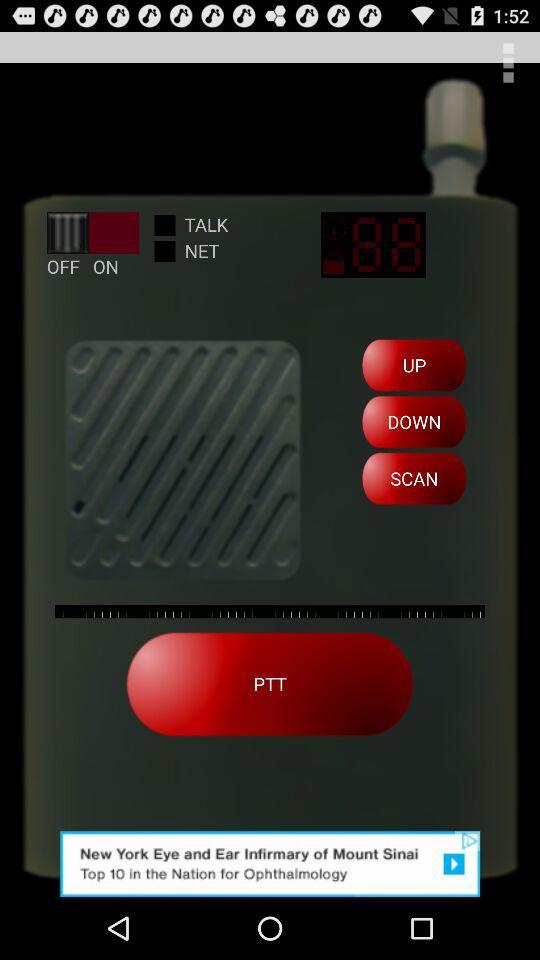  What do you see at coordinates (270, 863) in the screenshot?
I see `of the option` at bounding box center [270, 863].